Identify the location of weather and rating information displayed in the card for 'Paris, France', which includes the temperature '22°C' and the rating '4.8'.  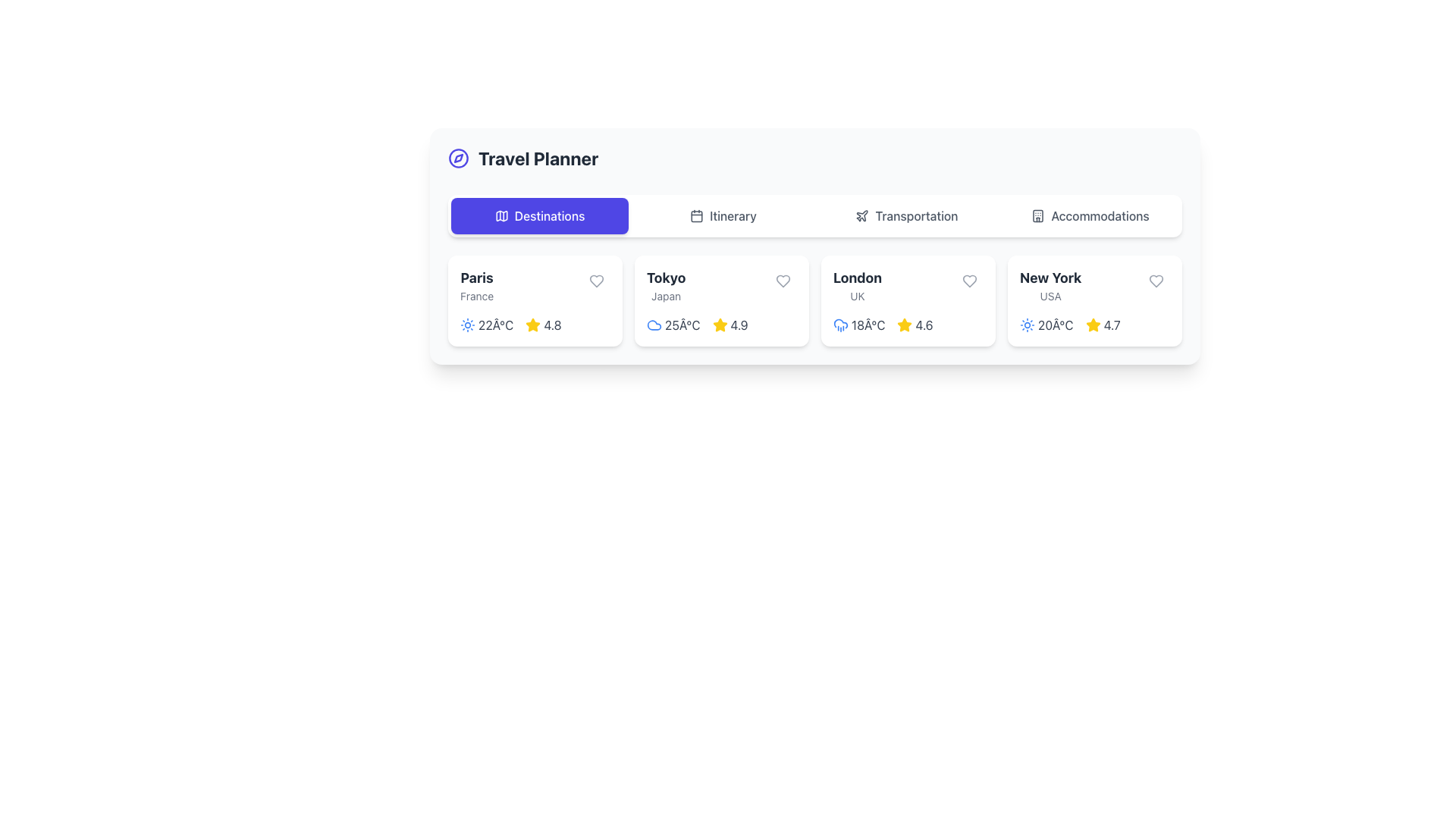
(535, 324).